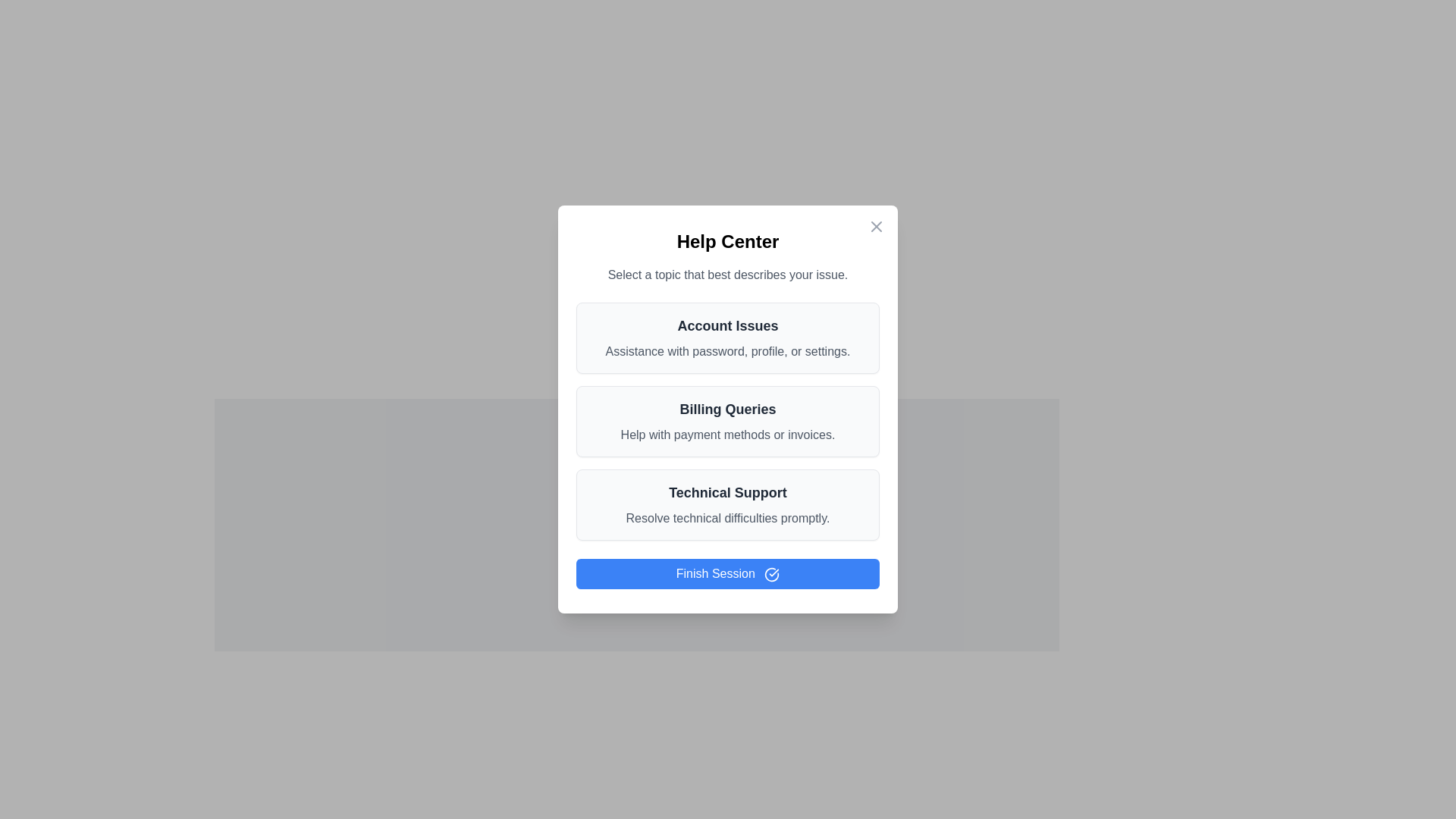 This screenshot has height=819, width=1456. I want to click on the 'Technical Support' option card, so click(728, 505).